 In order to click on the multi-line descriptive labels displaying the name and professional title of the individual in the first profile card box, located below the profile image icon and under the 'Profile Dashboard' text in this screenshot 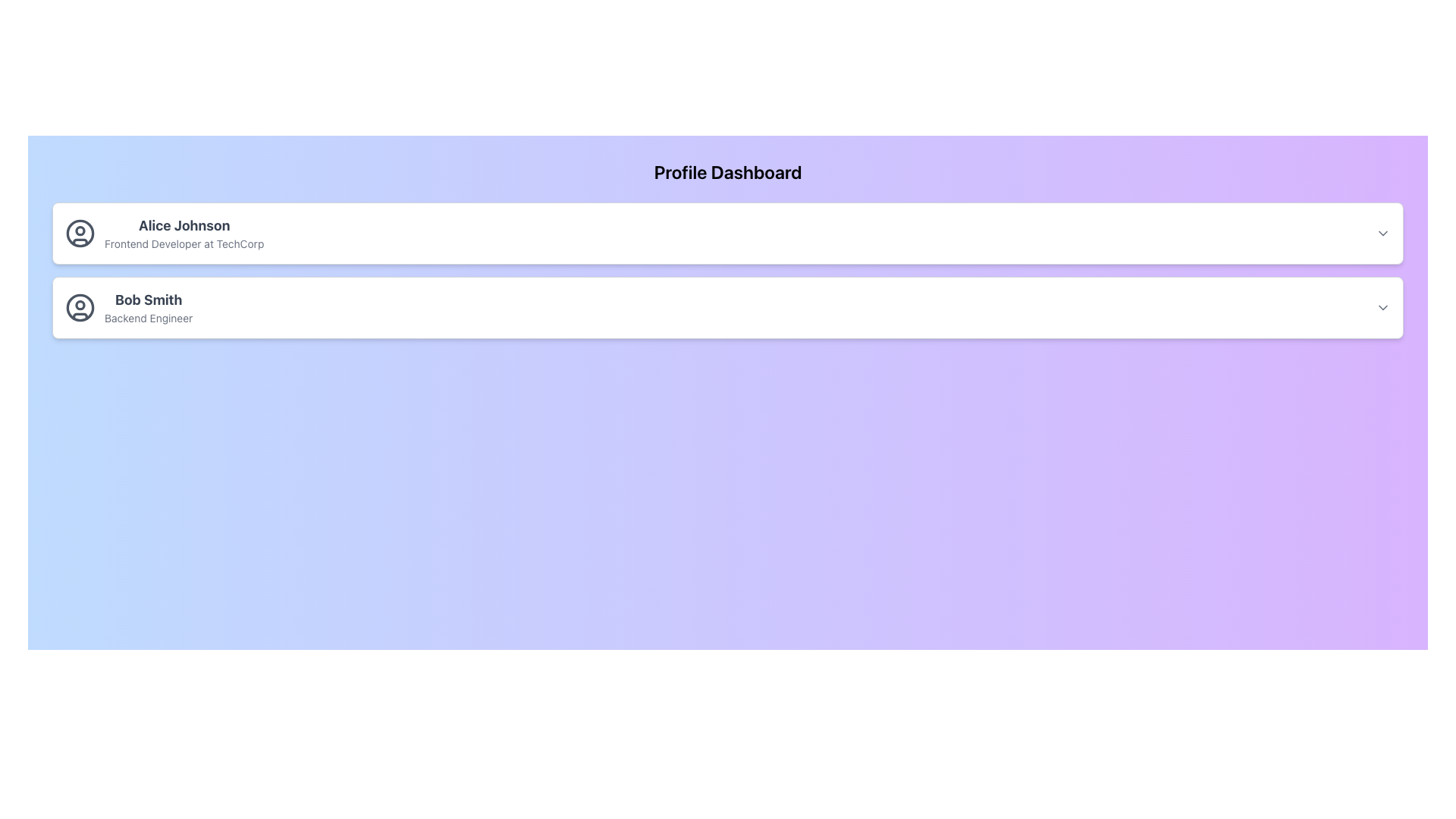, I will do `click(184, 234)`.